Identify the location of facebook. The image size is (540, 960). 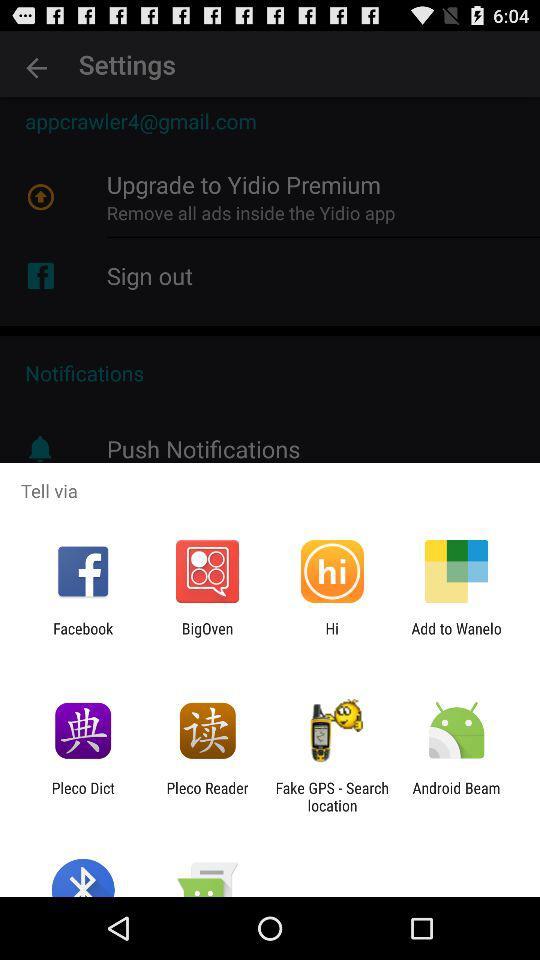
(82, 636).